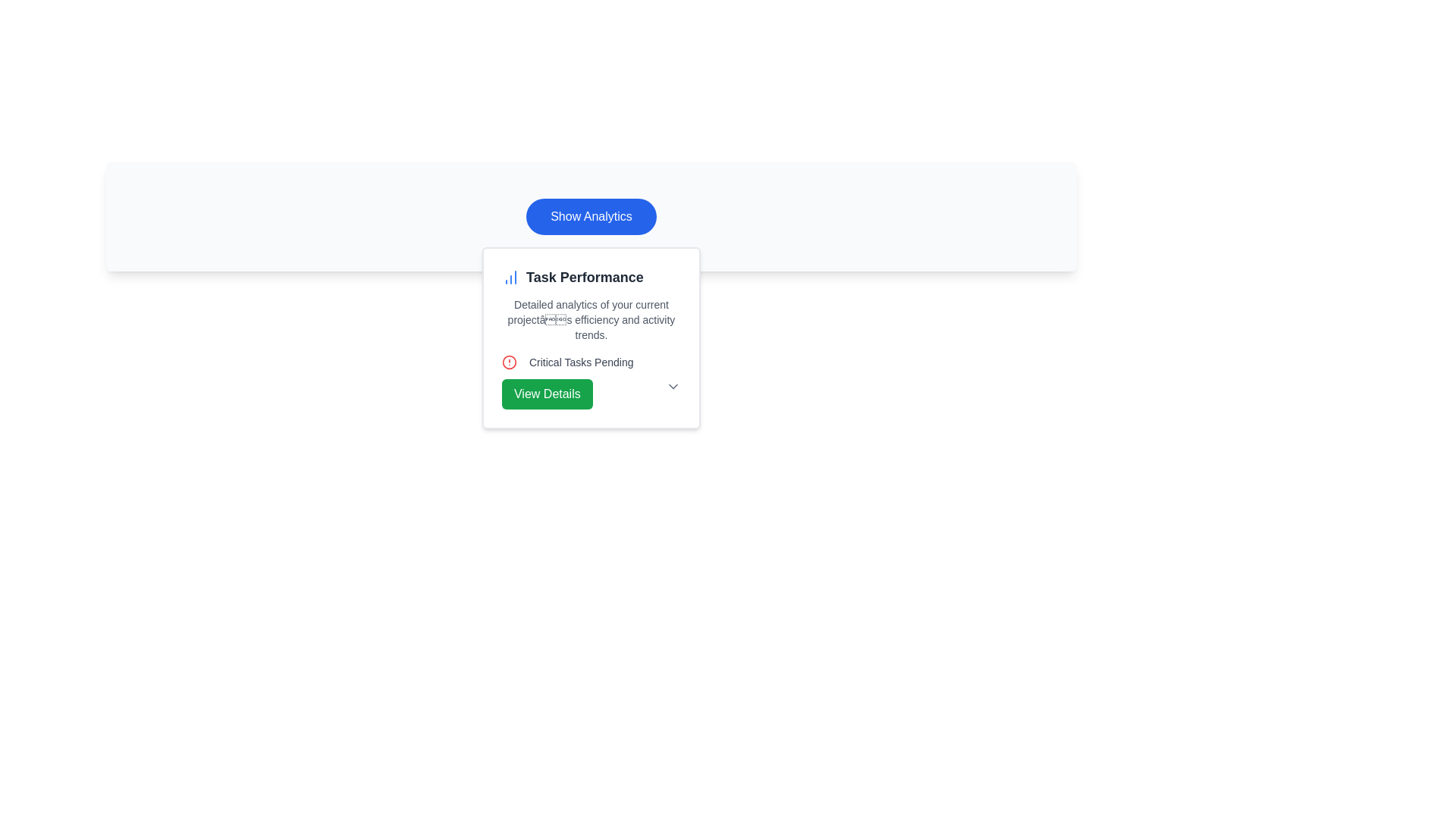 The image size is (1456, 819). What do you see at coordinates (590, 362) in the screenshot?
I see `the Notification element with a red icon and text that alerts users about pending critical tasks, located above the 'View Details' green button` at bounding box center [590, 362].